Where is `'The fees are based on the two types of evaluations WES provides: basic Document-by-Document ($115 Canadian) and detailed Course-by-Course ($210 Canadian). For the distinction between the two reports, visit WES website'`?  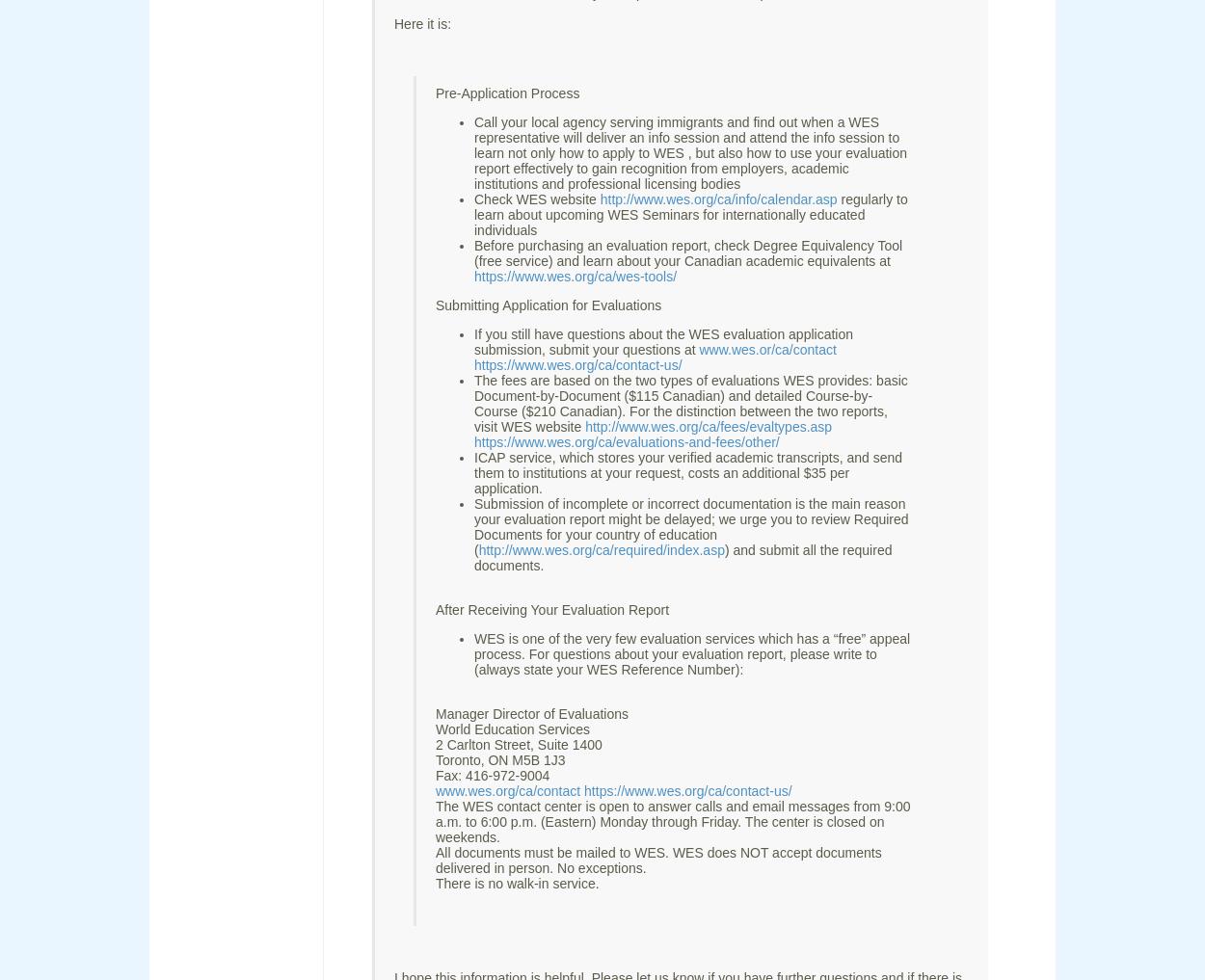
'The fees are based on the two types of evaluations WES provides: basic Document-by-Document ($115 Canadian) and detailed Course-by-Course ($210 Canadian). For the distinction between the two reports, visit WES website' is located at coordinates (473, 404).